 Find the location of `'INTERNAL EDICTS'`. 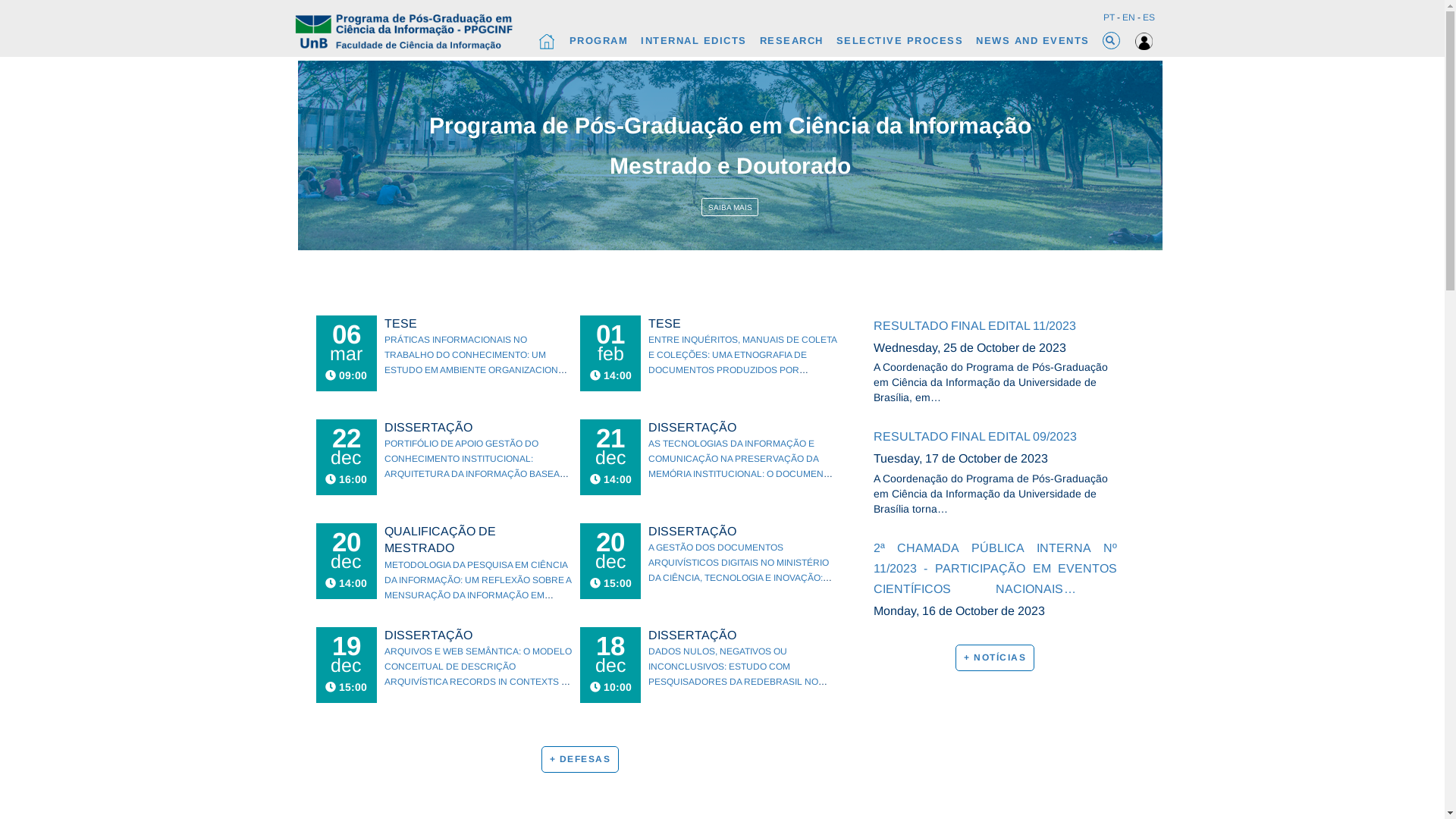

'INTERNAL EDICTS' is located at coordinates (693, 39).